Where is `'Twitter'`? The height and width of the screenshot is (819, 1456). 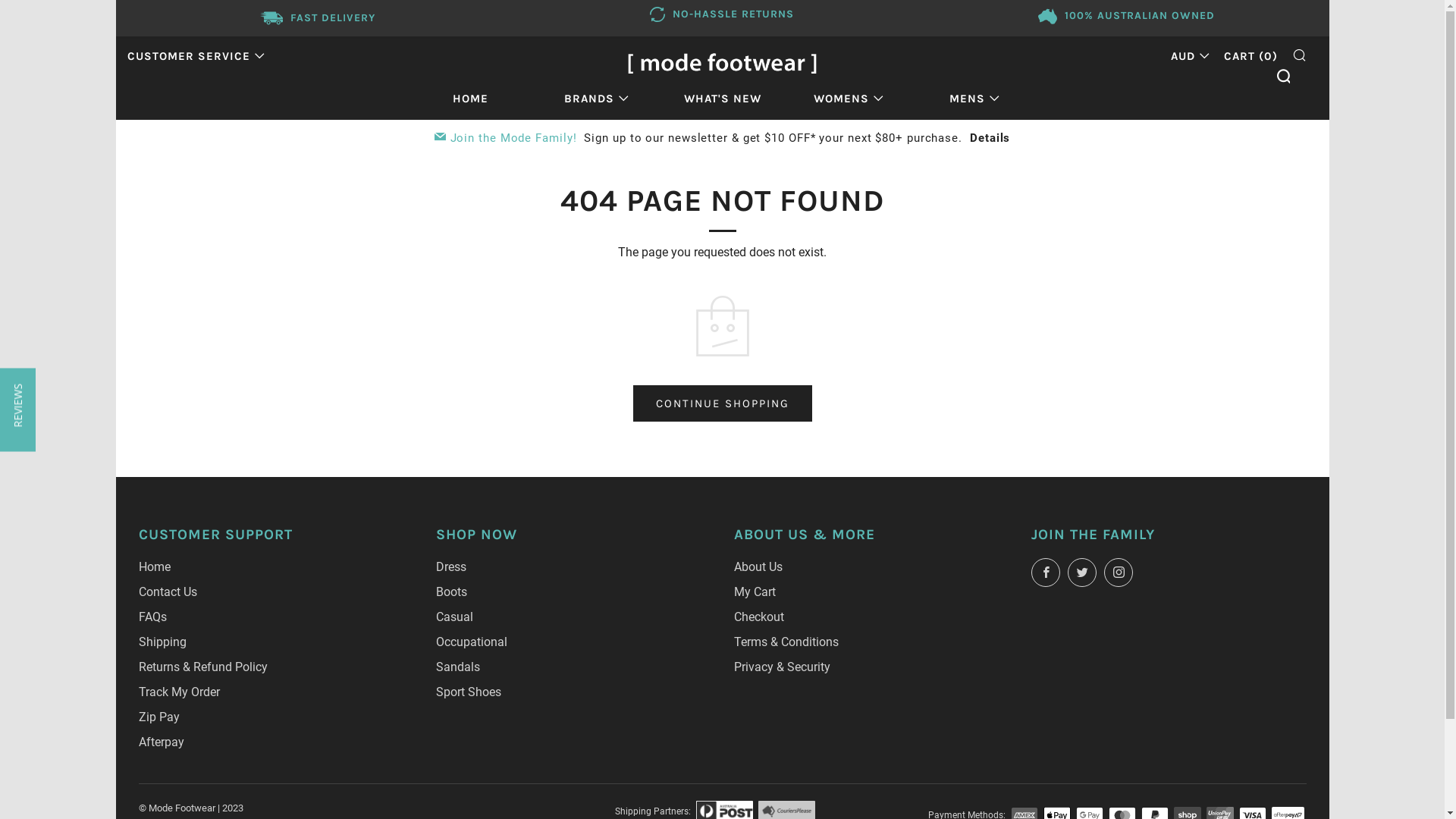 'Twitter' is located at coordinates (1081, 573).